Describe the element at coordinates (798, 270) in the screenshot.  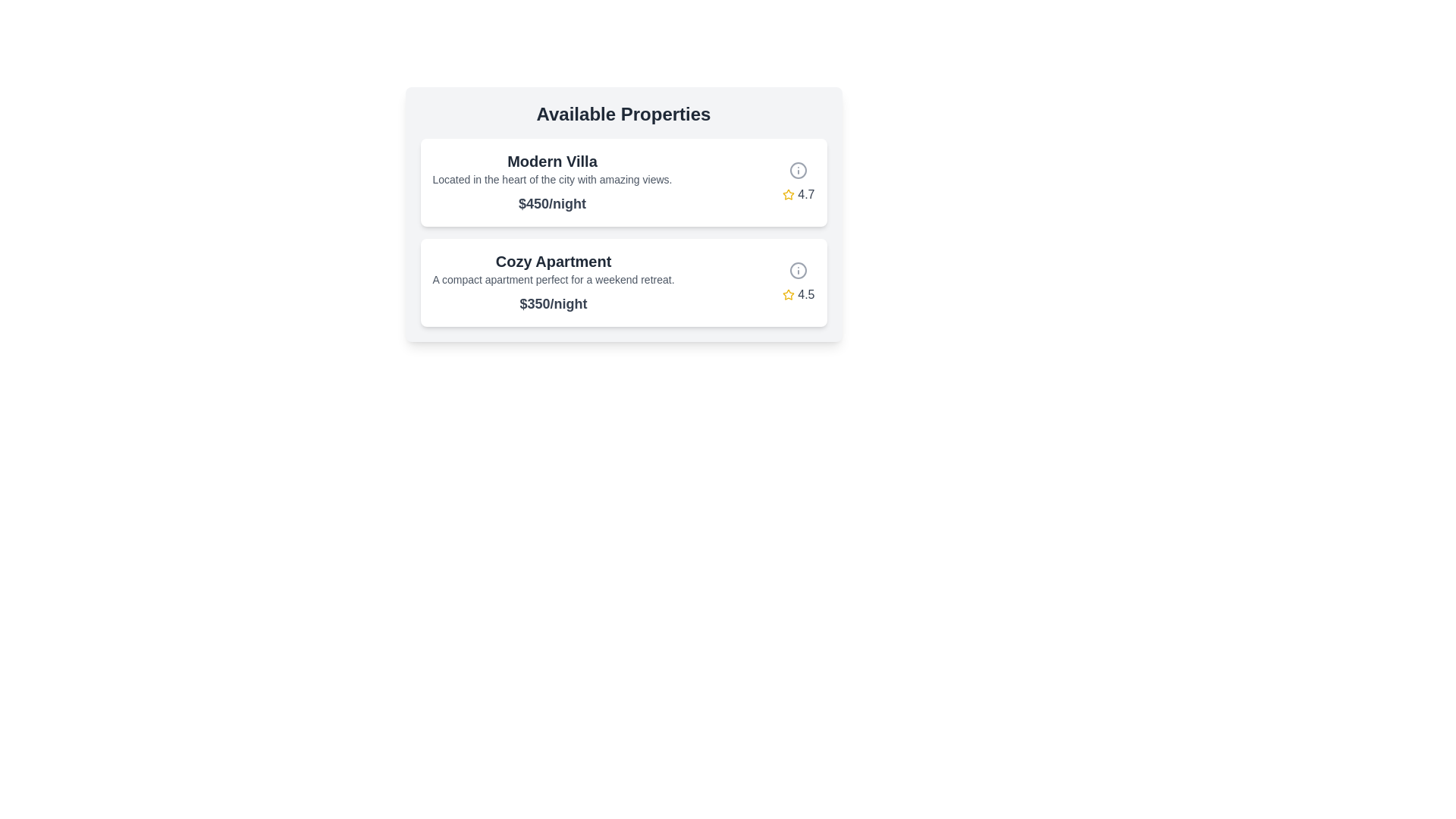
I see `the circular information icon associated with the 'Cozy Apartment' property` at that location.